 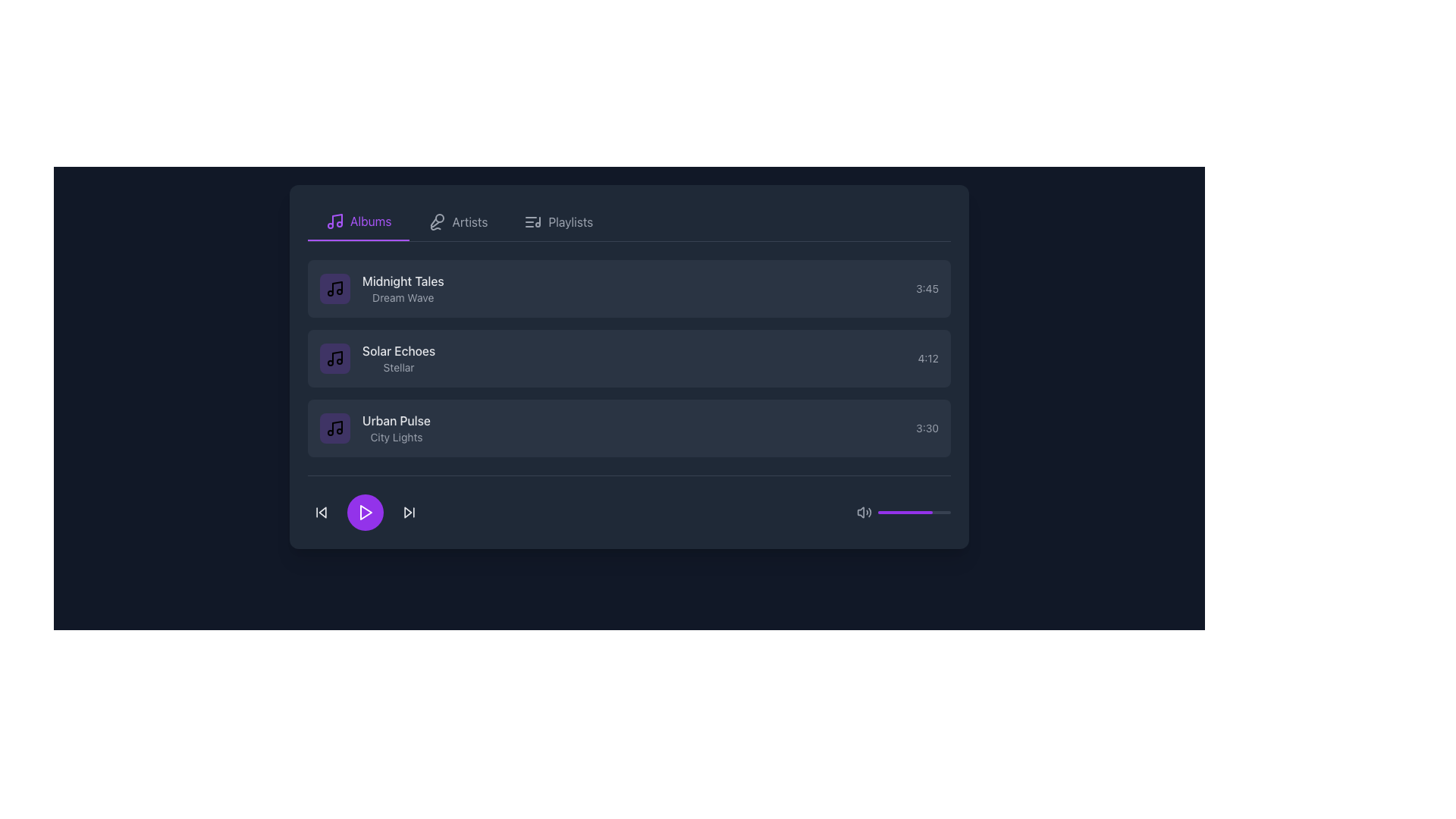 What do you see at coordinates (378, 359) in the screenshot?
I see `the second list item titled 'Solar Echoes' which has a larger light gray title and a smaller darker gray subtitle` at bounding box center [378, 359].